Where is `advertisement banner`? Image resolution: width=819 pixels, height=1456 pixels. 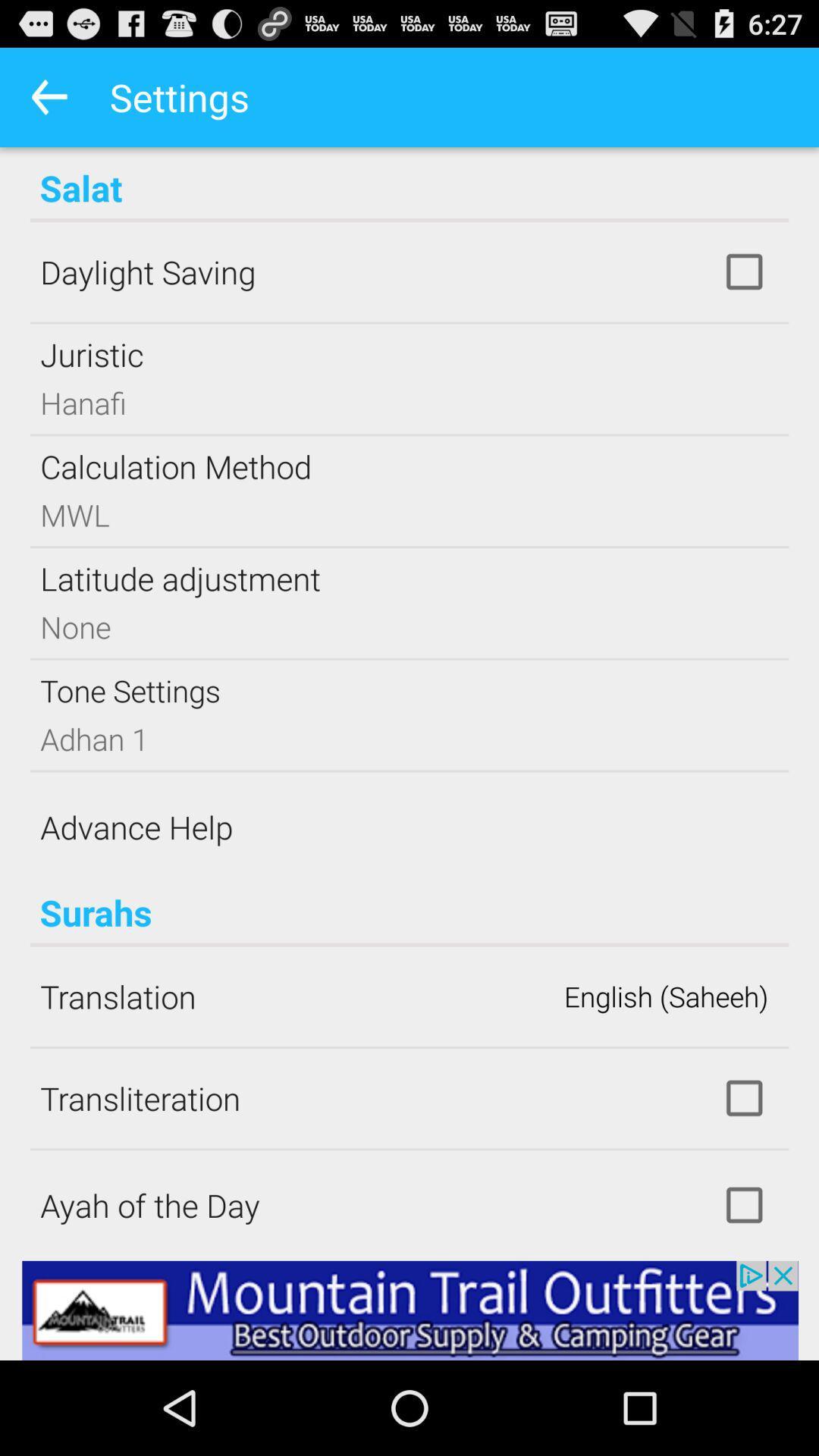 advertisement banner is located at coordinates (409, 1310).